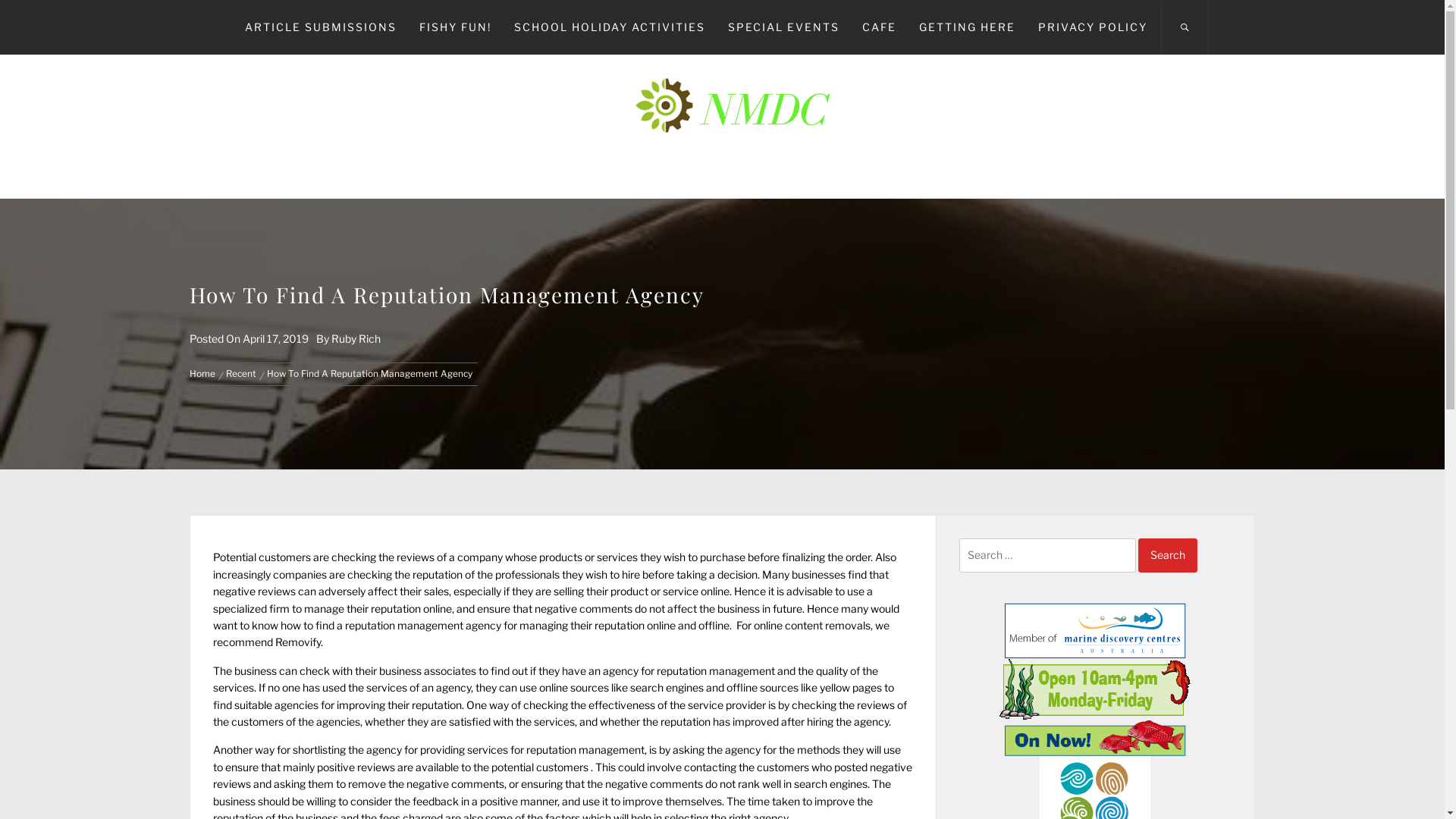 This screenshot has width=1456, height=819. I want to click on 'NMDC', so click(721, 111).